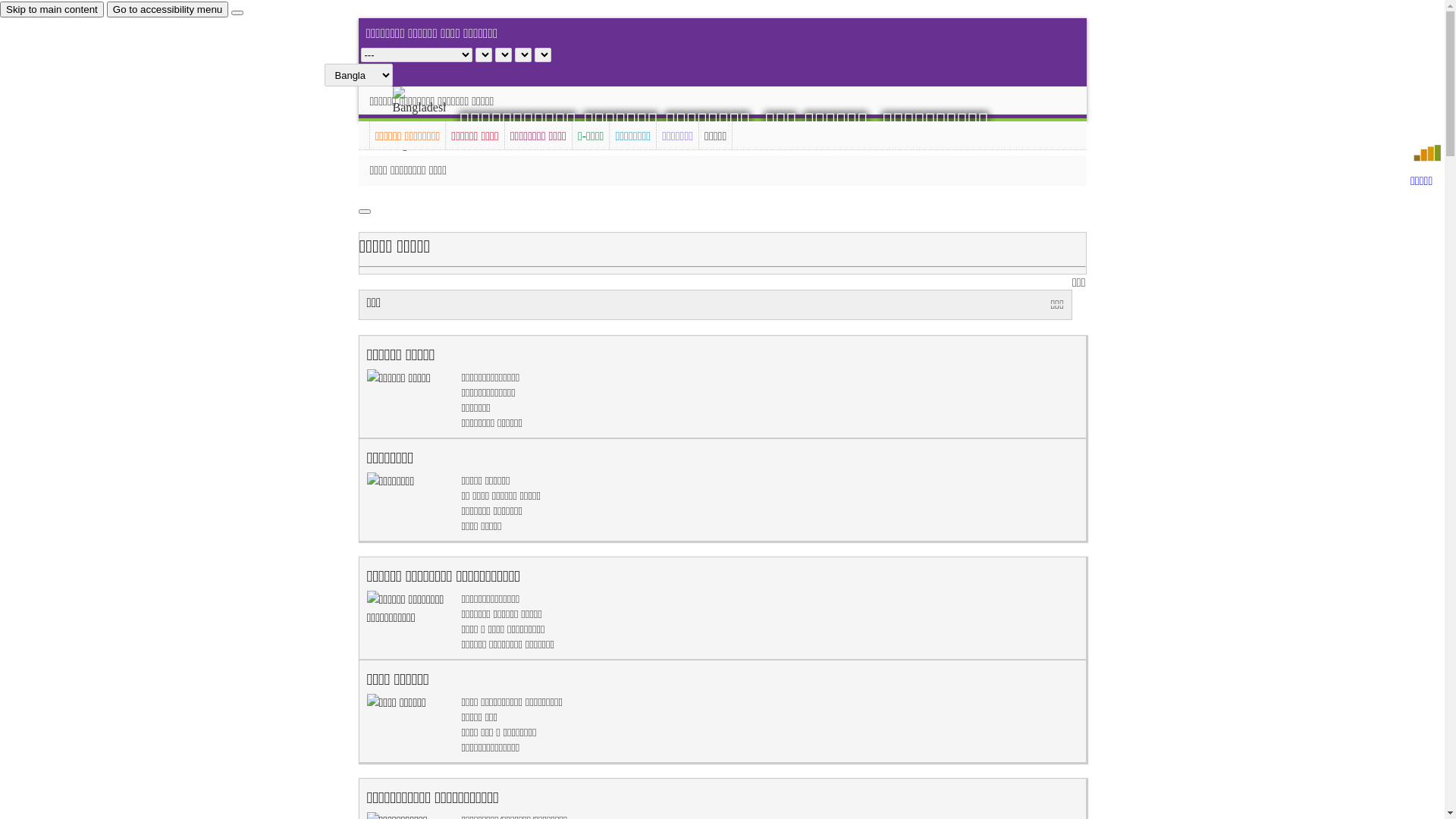 The height and width of the screenshot is (819, 1456). I want to click on ', so click(431, 119).